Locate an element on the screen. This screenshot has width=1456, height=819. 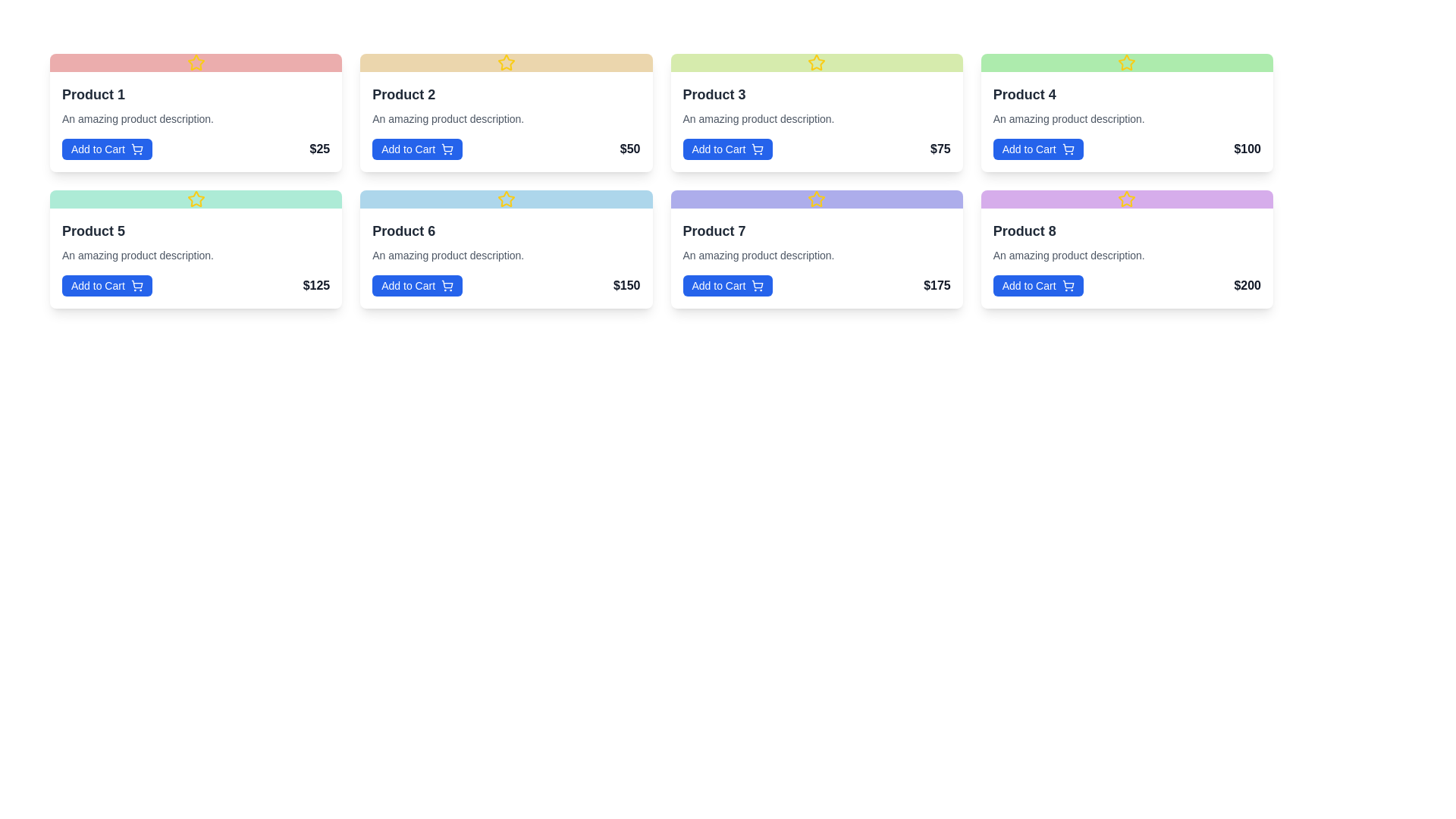
the decorative icon located at the top center of the 'Product 5' card, which signifies a featured product is located at coordinates (195, 198).